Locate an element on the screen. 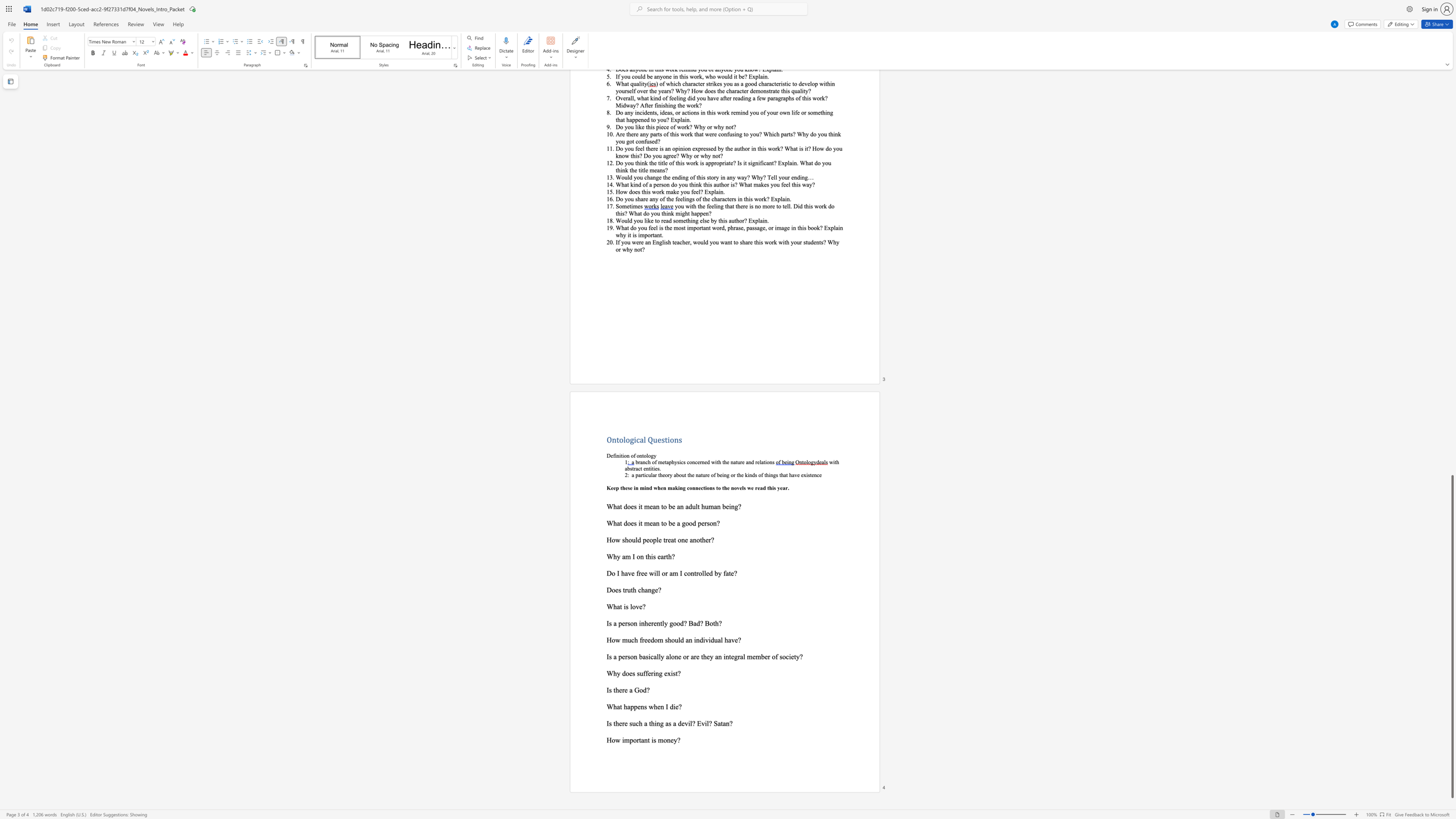 This screenshot has height=819, width=1456. the 5th character "e" in the text is located at coordinates (706, 540).